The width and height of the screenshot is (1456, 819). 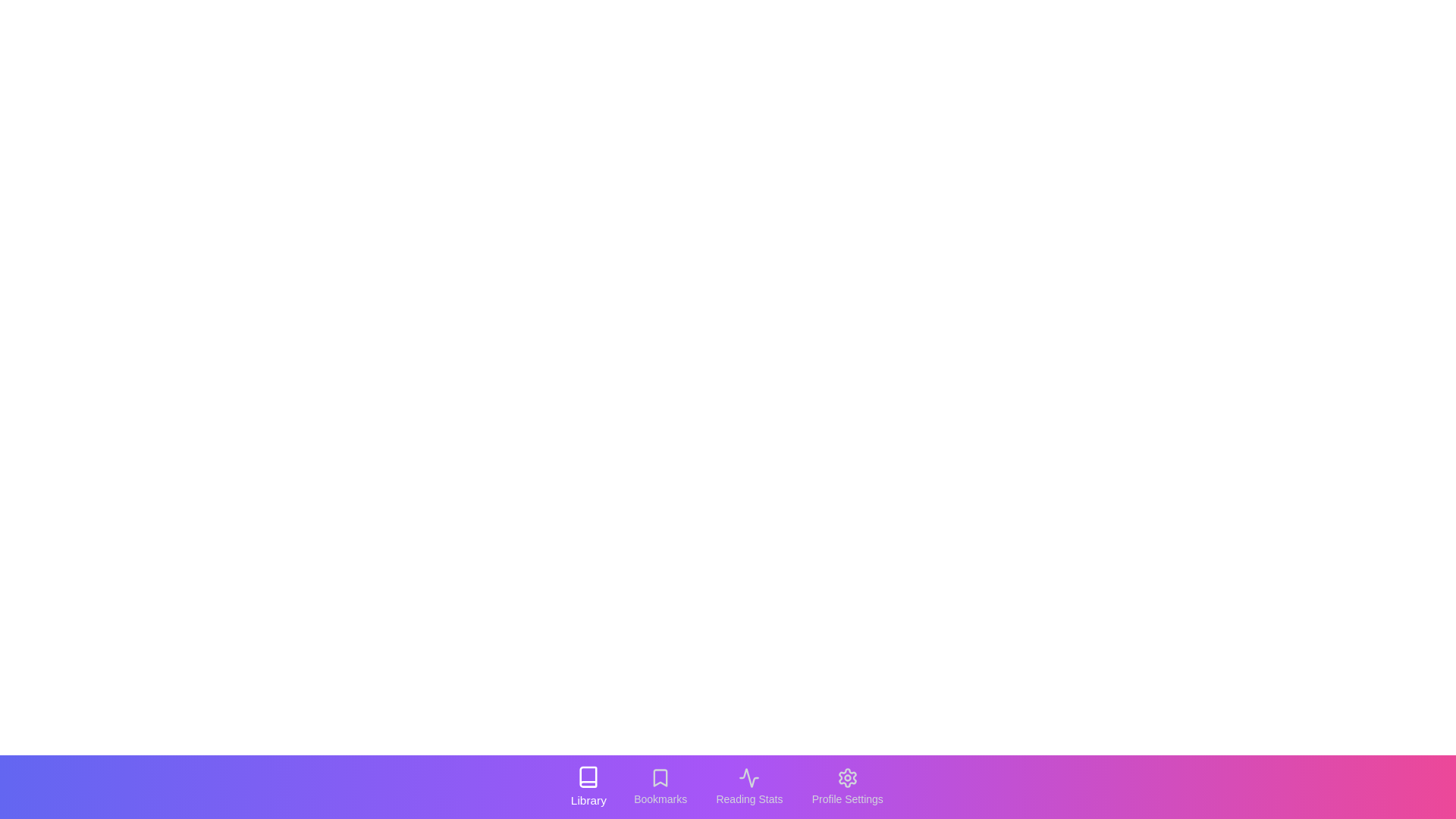 I want to click on the navigation tab Library, so click(x=588, y=786).